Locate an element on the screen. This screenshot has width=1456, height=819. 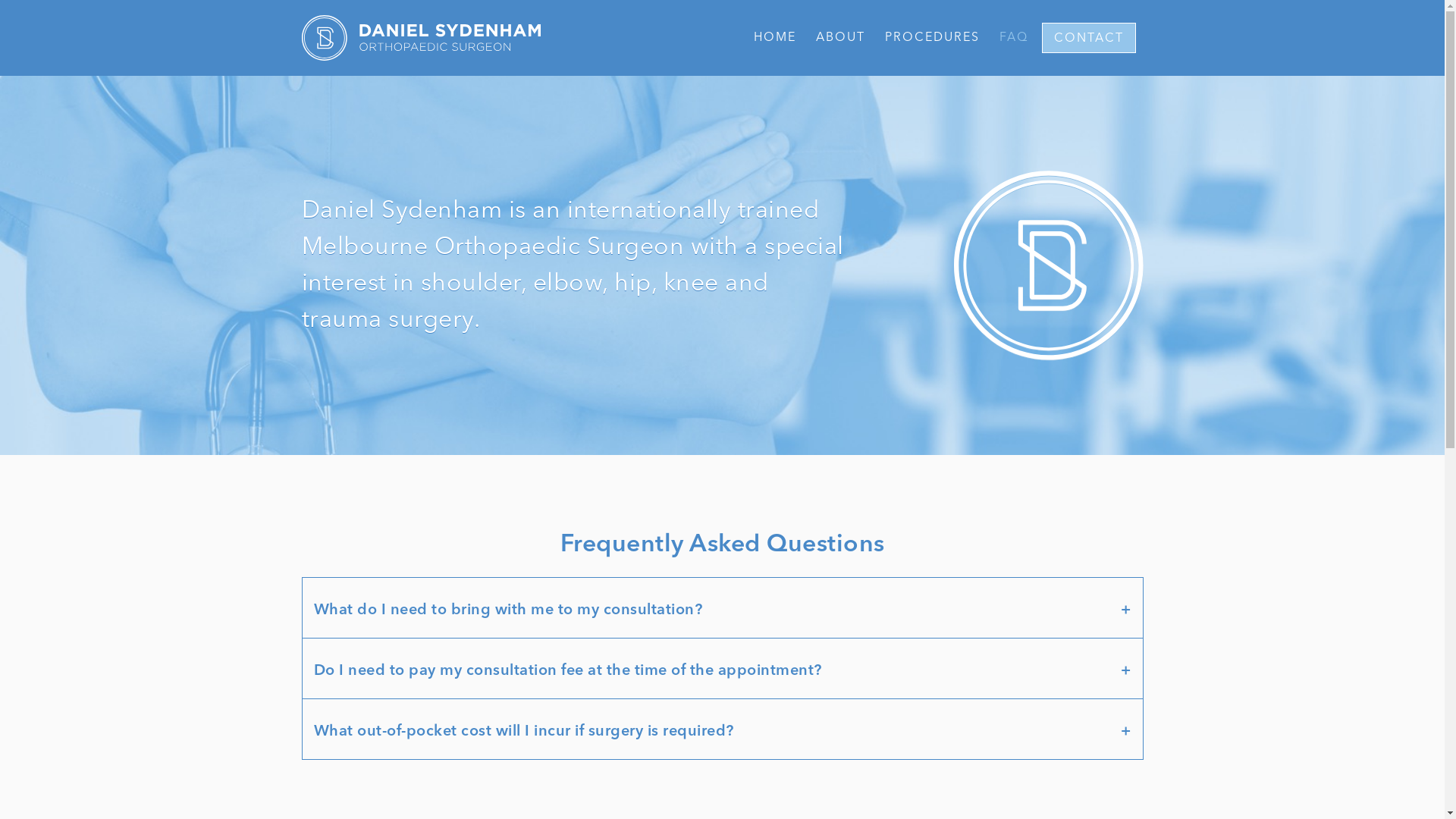
'HOME' is located at coordinates (775, 37).